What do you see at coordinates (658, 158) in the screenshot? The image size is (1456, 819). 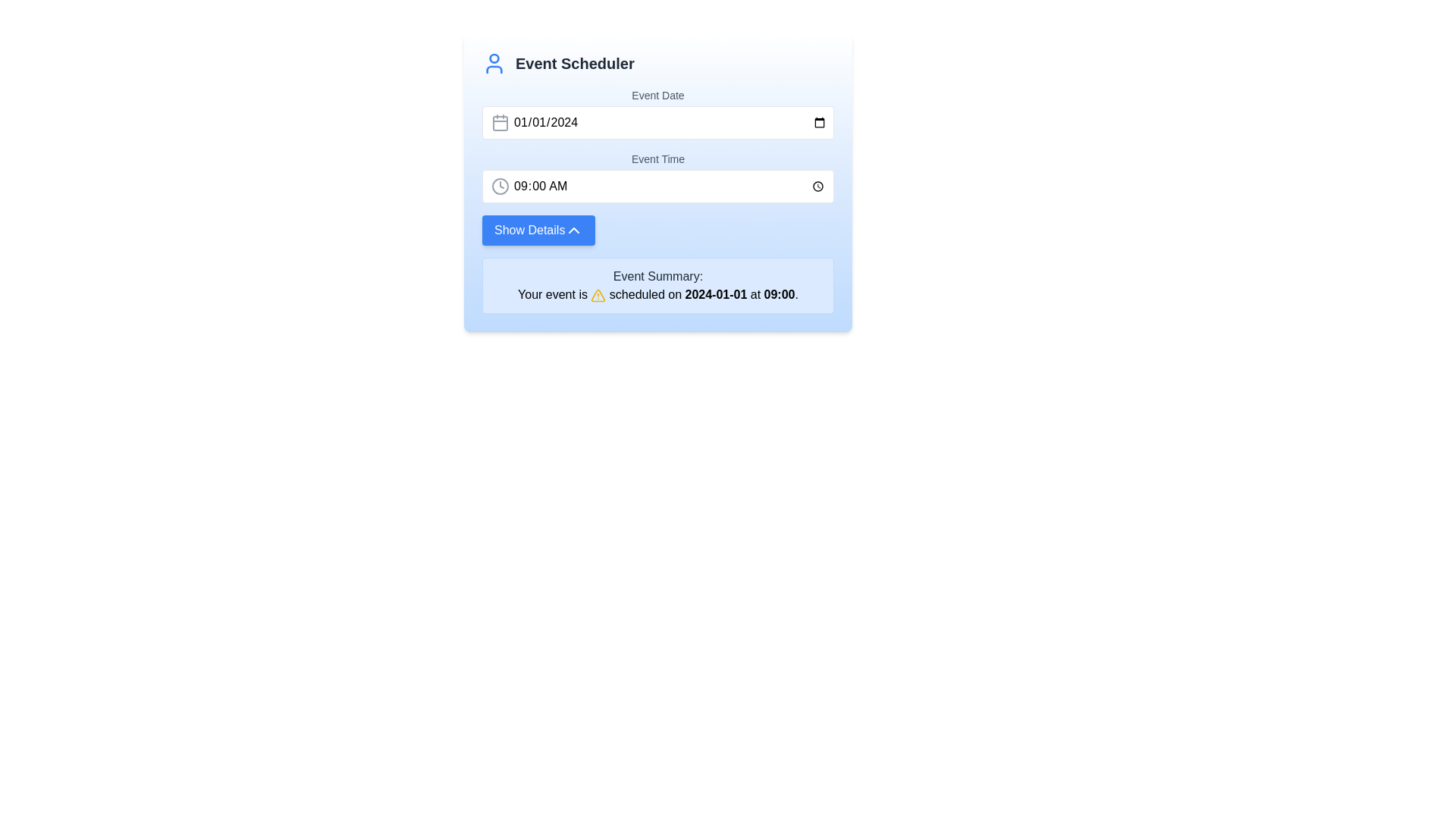 I see `the label that describes the event's time input field, which is centrally aligned beneath the 'Event Date' input field and above another input field with a clock icon` at bounding box center [658, 158].